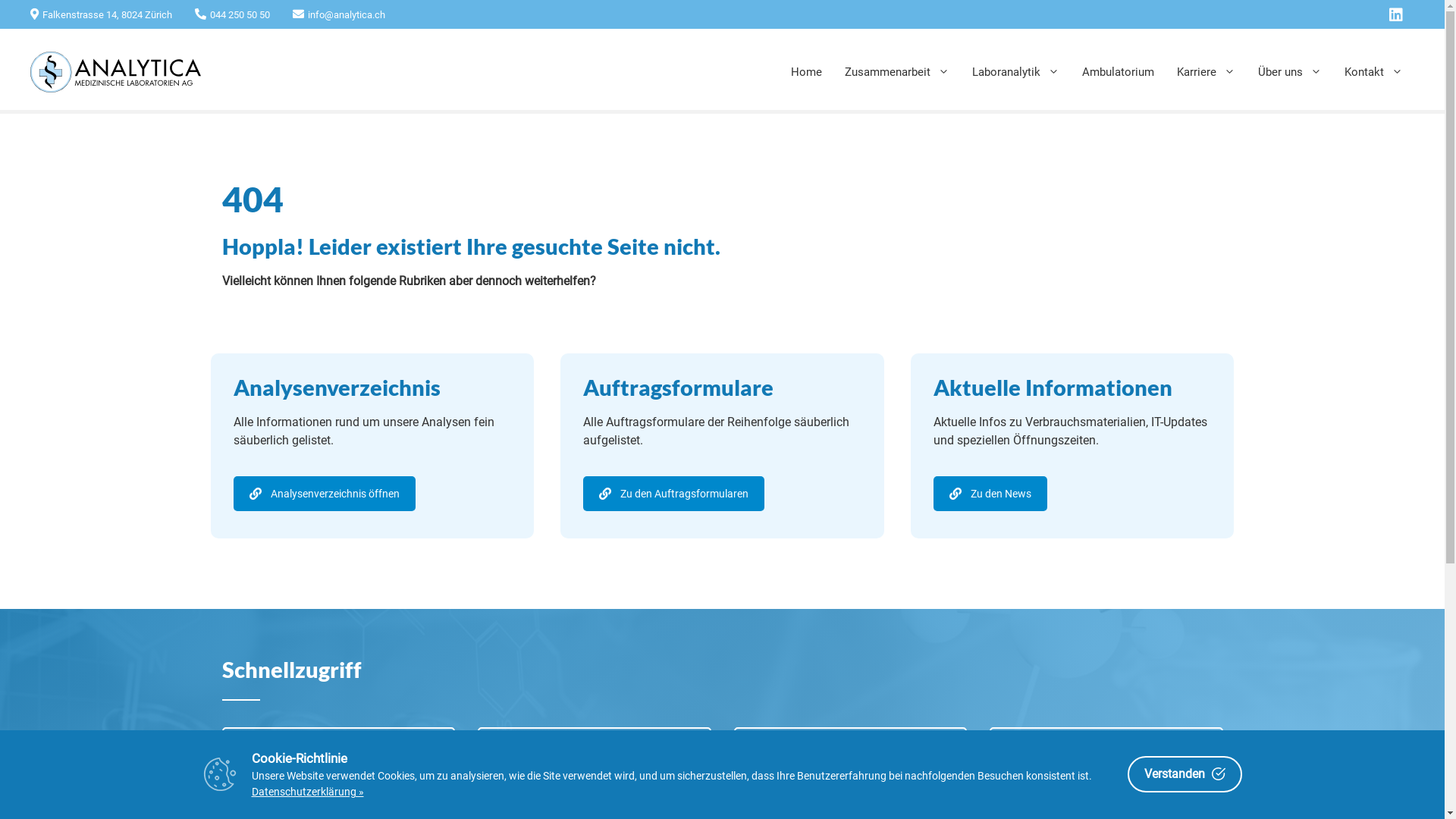 This screenshot has width=1456, height=819. What do you see at coordinates (231, 14) in the screenshot?
I see `'044 250 50 50'` at bounding box center [231, 14].